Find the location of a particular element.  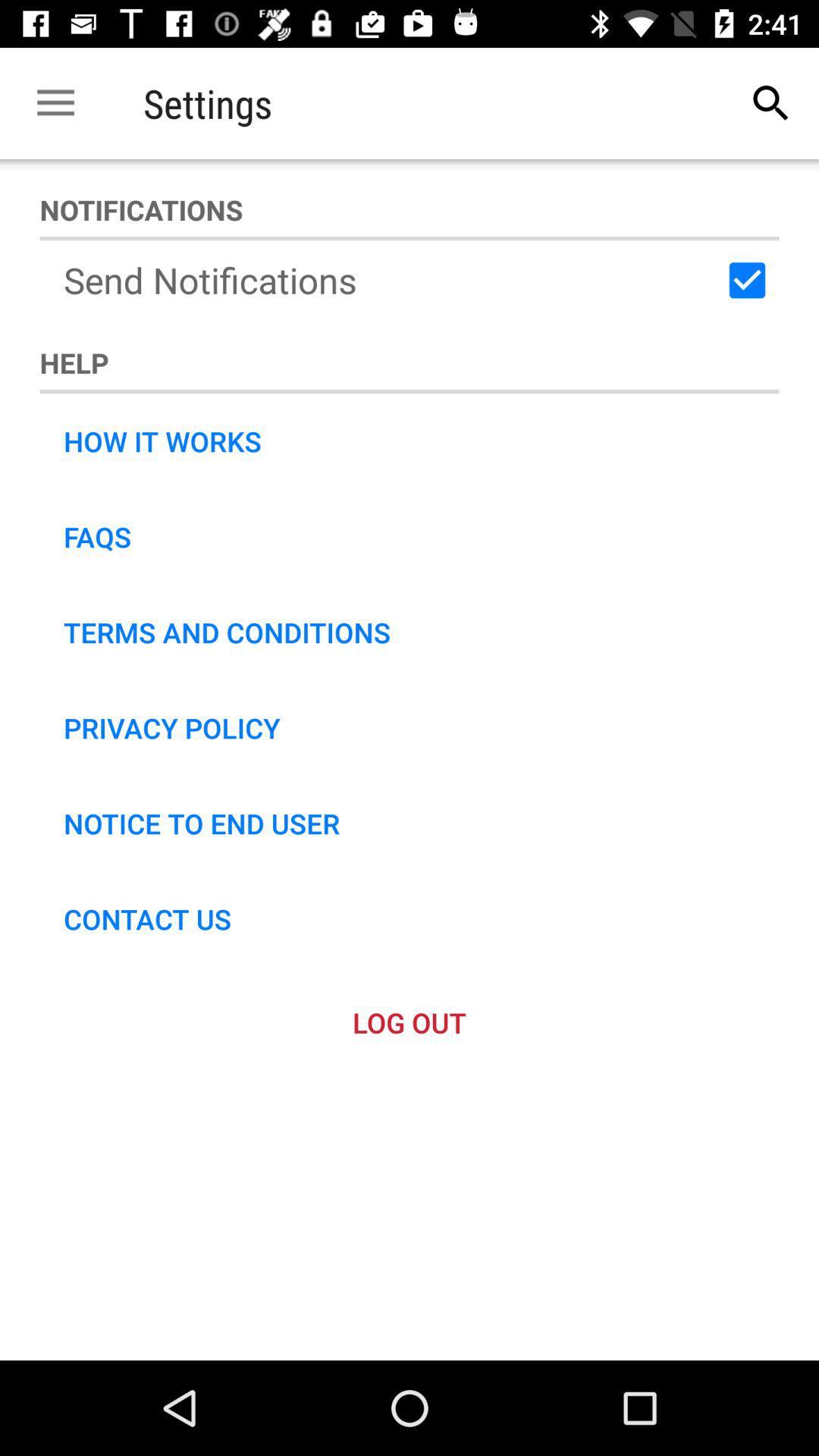

icon above the privacy policy icon is located at coordinates (227, 632).